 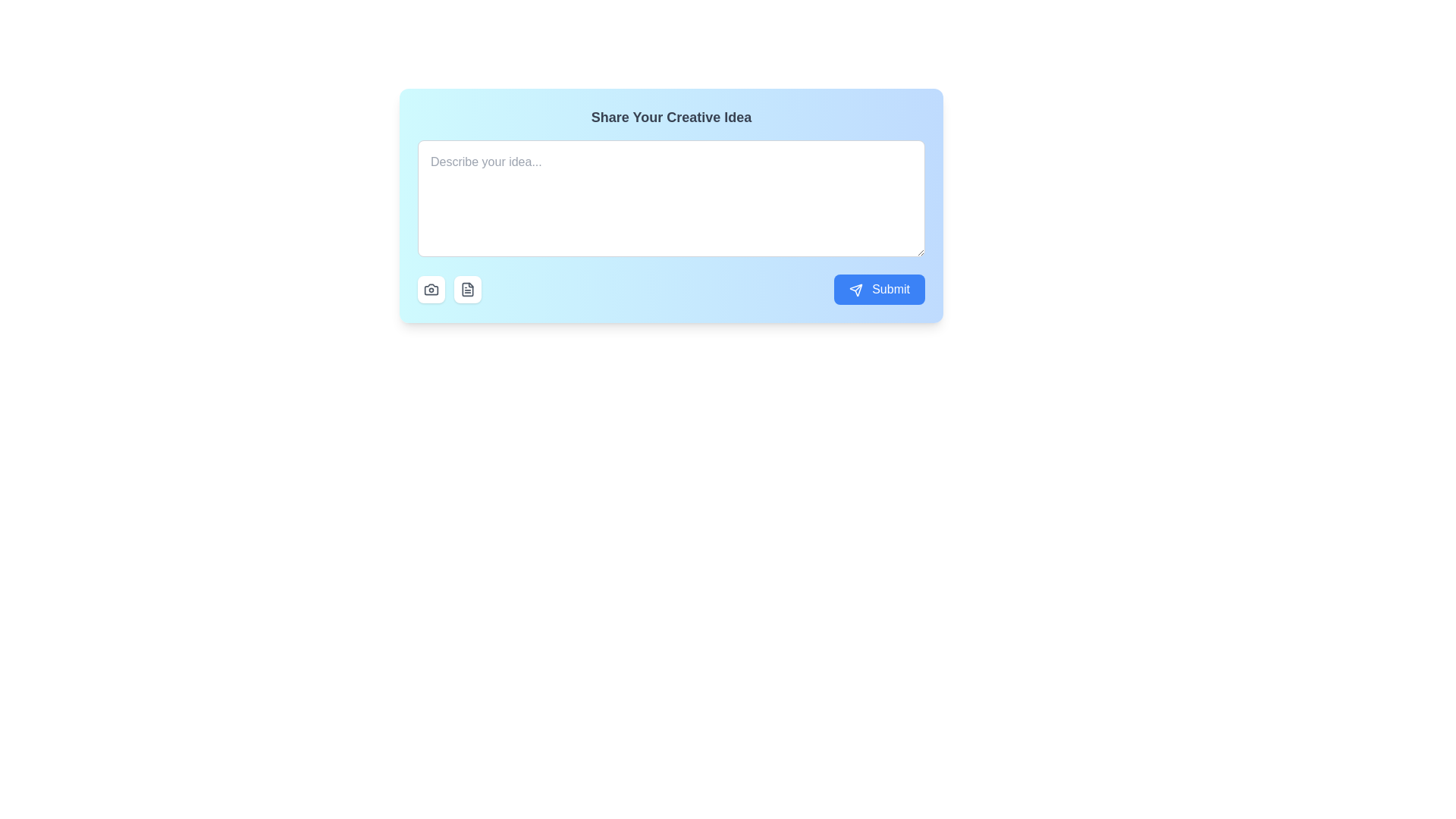 I want to click on the button that handles text or document files, located directly below the input field and to the right of the camera icon, so click(x=467, y=289).